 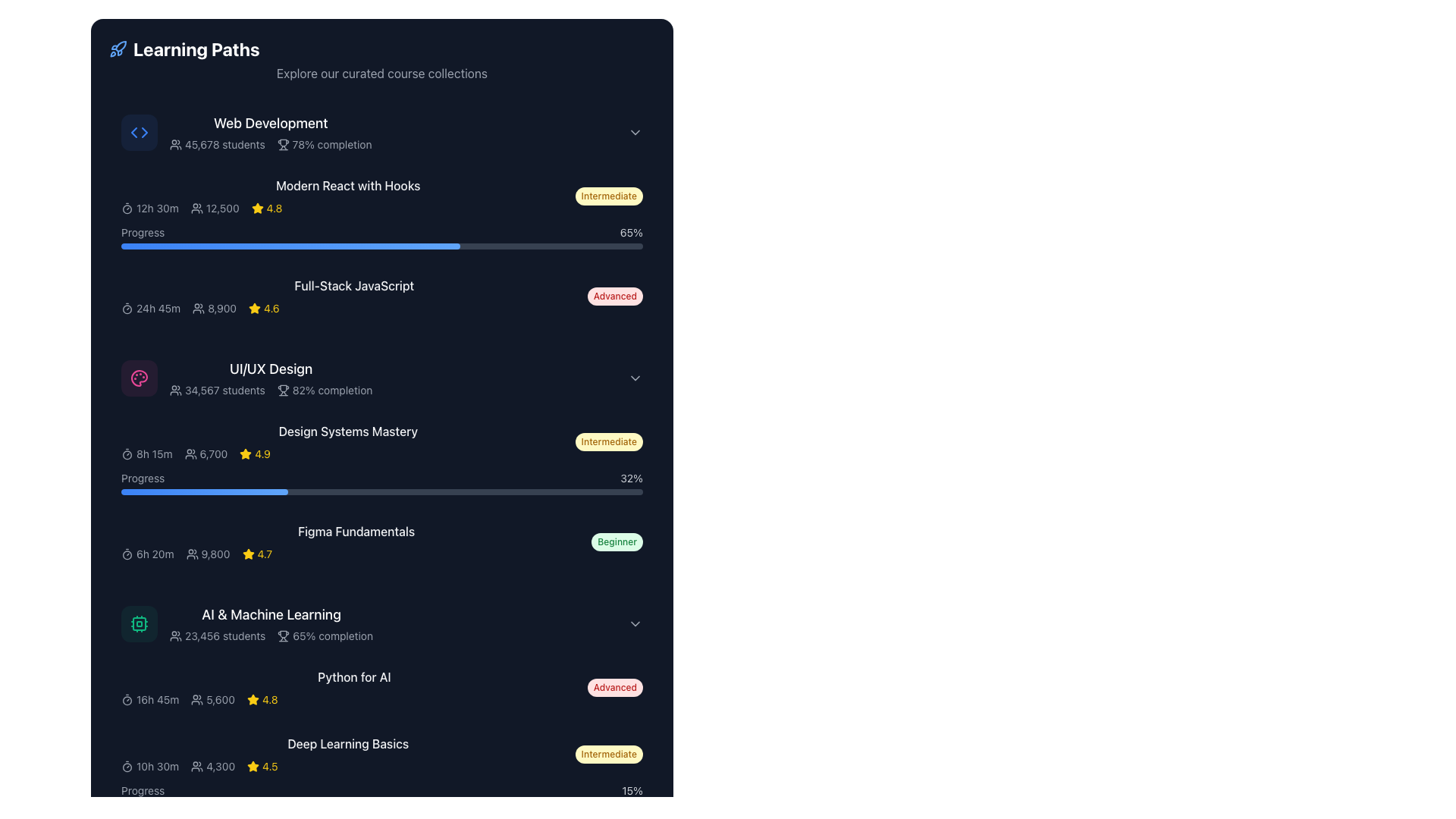 What do you see at coordinates (136, 245) in the screenshot?
I see `the progress bar` at bounding box center [136, 245].